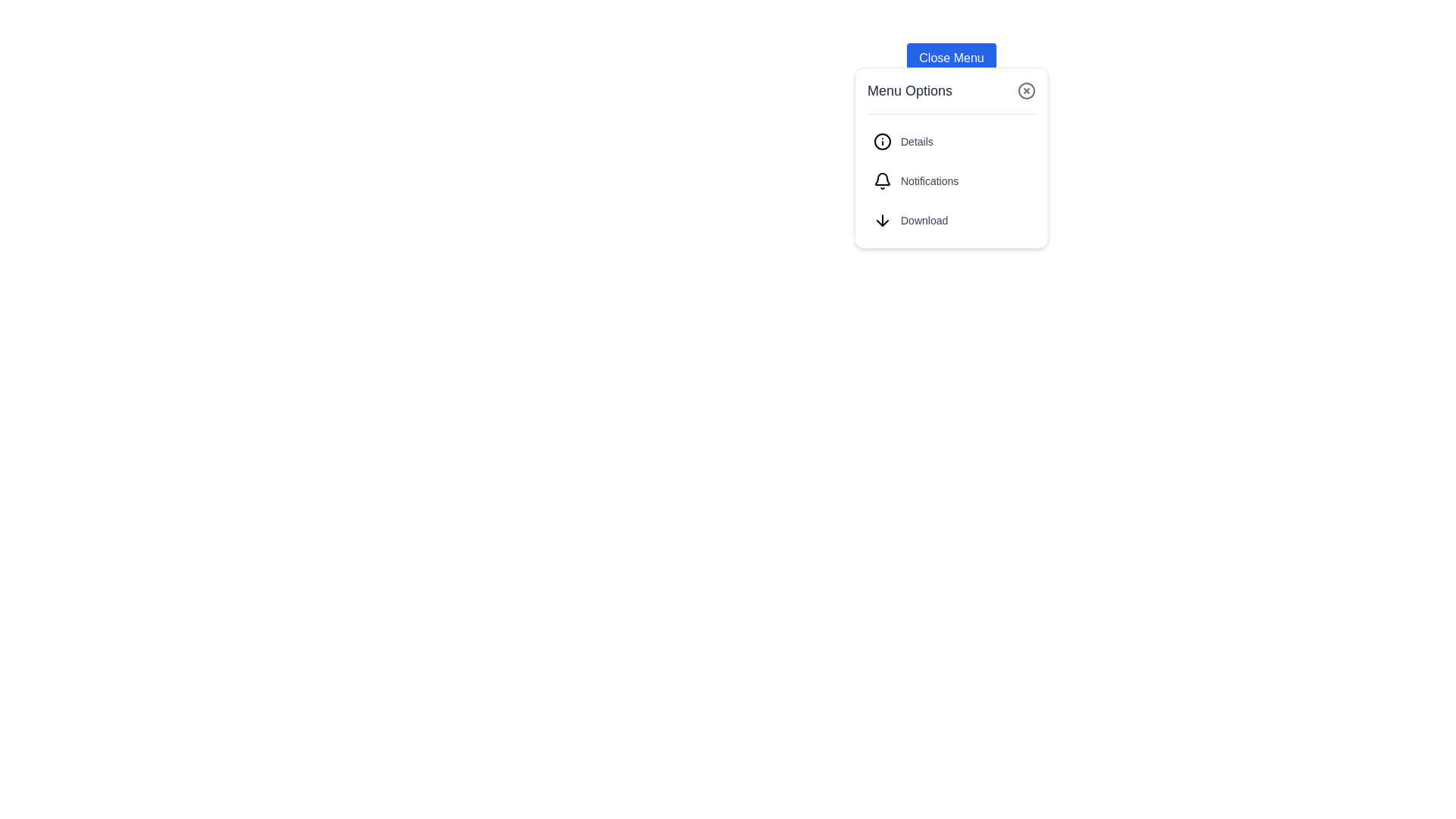 This screenshot has width=1456, height=819. Describe the element at coordinates (882, 220) in the screenshot. I see `the black downward-pointing arrow SVG icon located to the left of the text 'Download' in the vertical list of menu options` at that location.